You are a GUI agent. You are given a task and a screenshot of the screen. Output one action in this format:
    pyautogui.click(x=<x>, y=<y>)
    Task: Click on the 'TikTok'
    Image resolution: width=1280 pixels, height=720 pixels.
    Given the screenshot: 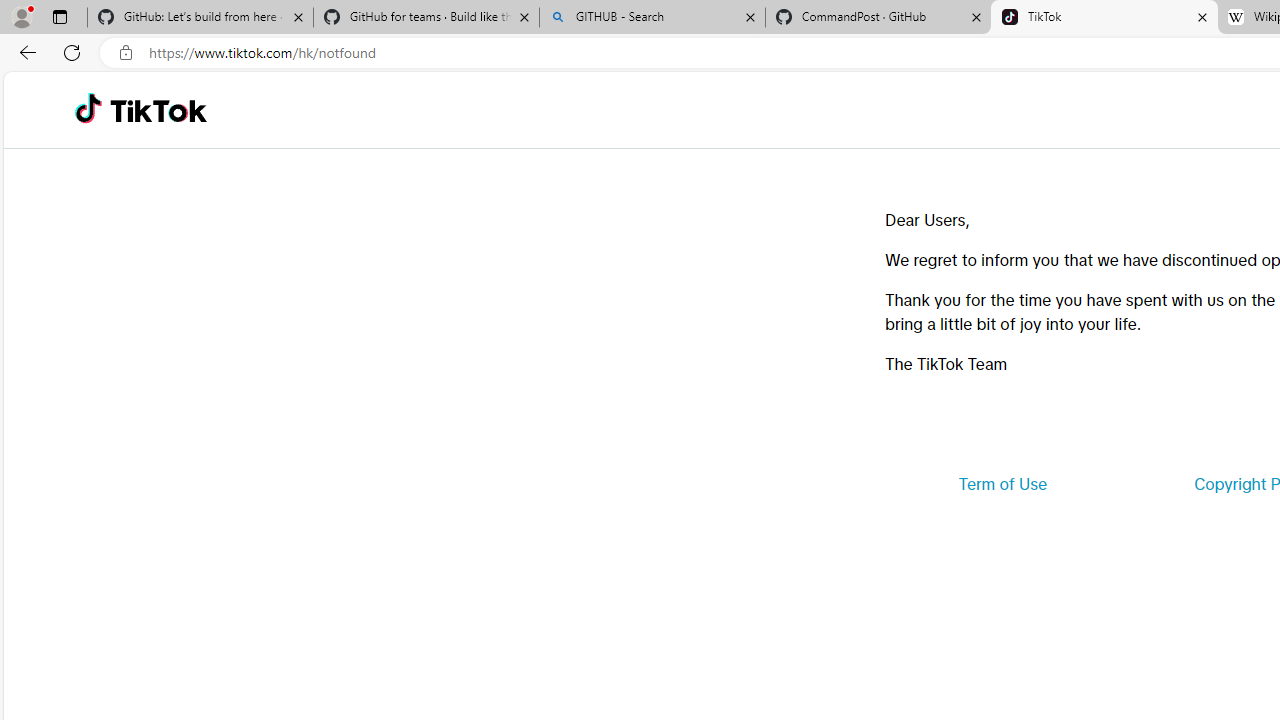 What is the action you would take?
    pyautogui.click(x=1103, y=17)
    